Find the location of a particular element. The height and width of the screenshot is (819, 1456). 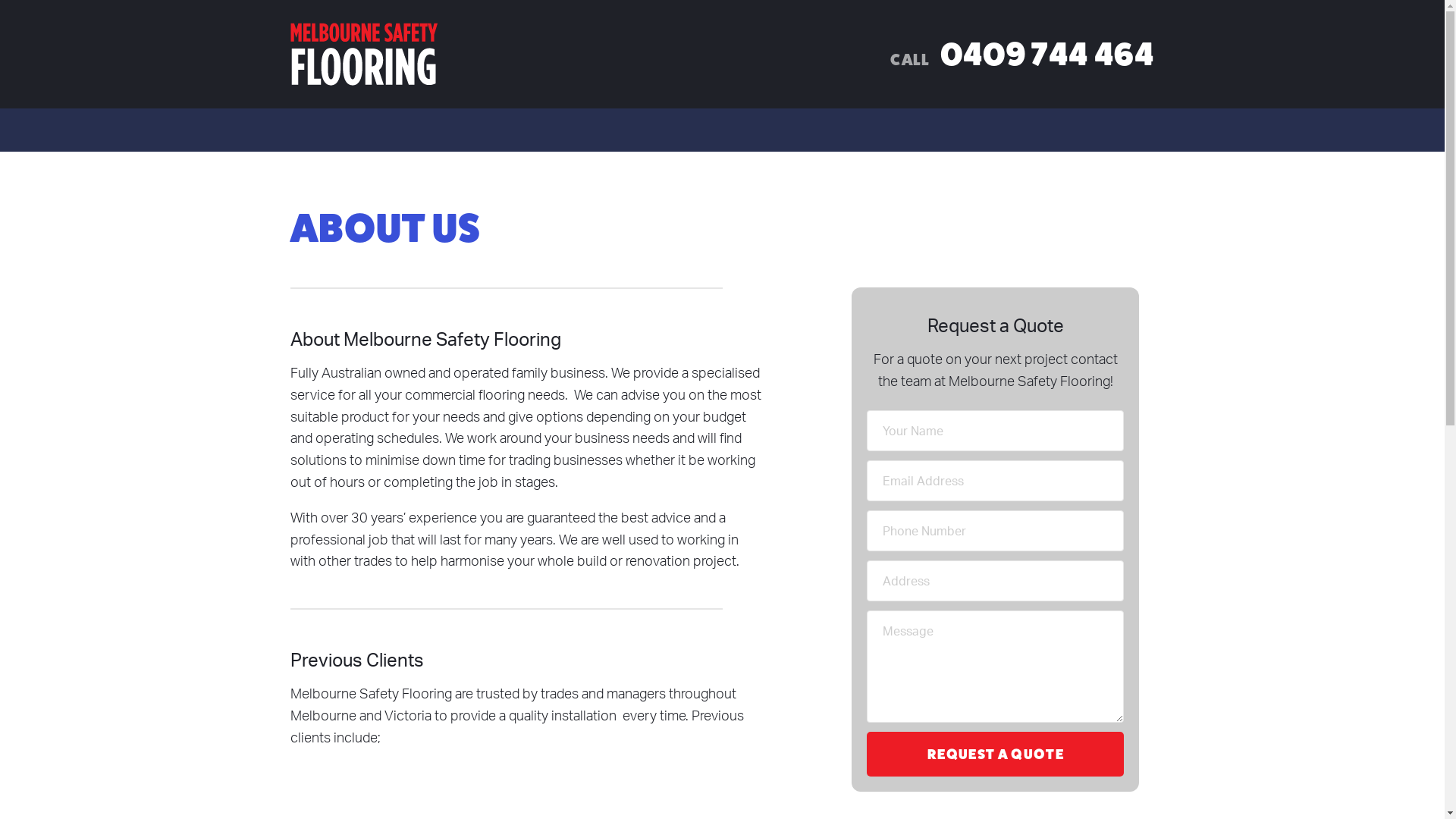

'REQUEST A QUOTE' is located at coordinates (995, 754).